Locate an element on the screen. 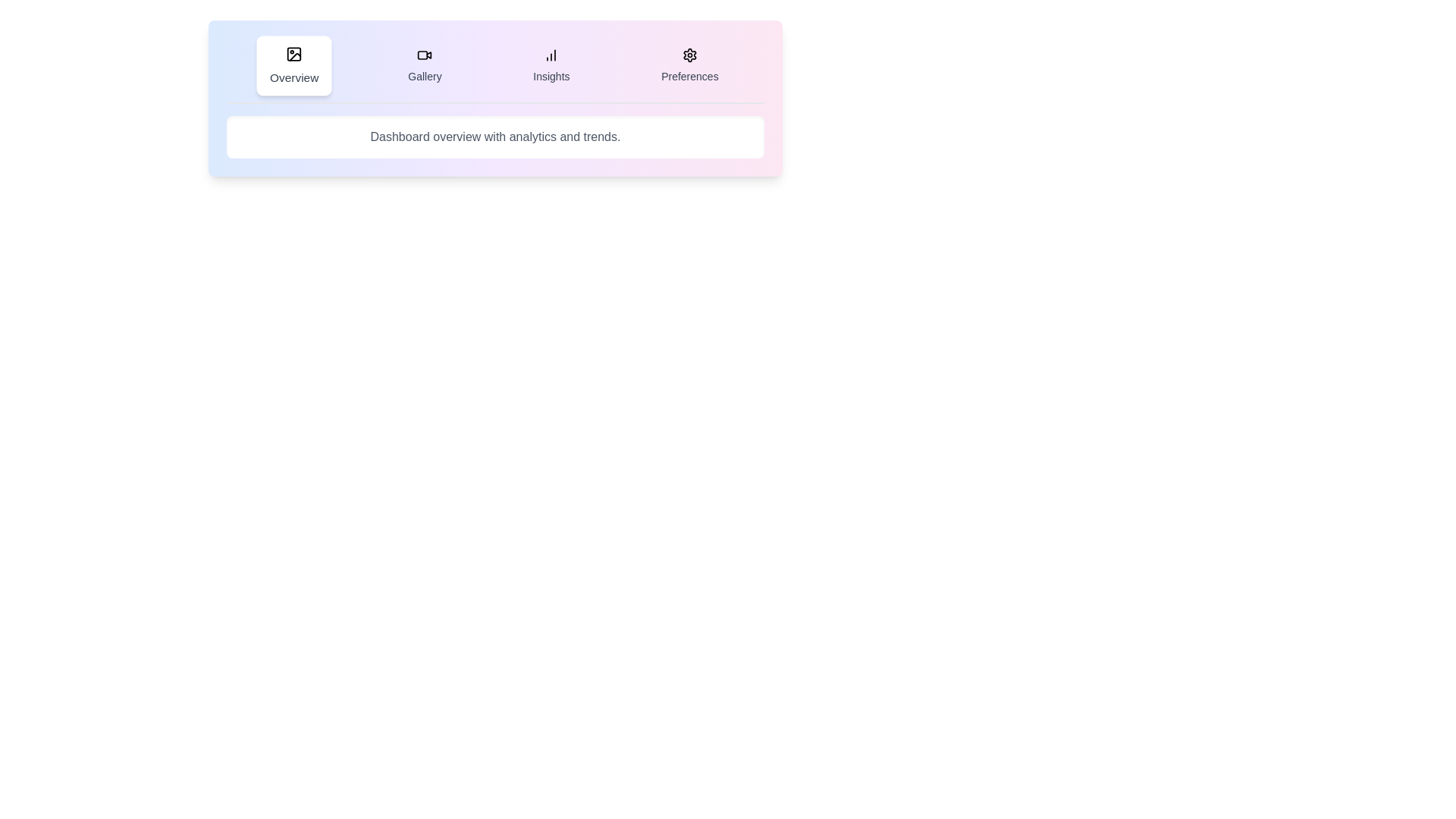 The image size is (1456, 819). the tab labeled 'Gallery' to observe its hover effect is located at coordinates (425, 65).